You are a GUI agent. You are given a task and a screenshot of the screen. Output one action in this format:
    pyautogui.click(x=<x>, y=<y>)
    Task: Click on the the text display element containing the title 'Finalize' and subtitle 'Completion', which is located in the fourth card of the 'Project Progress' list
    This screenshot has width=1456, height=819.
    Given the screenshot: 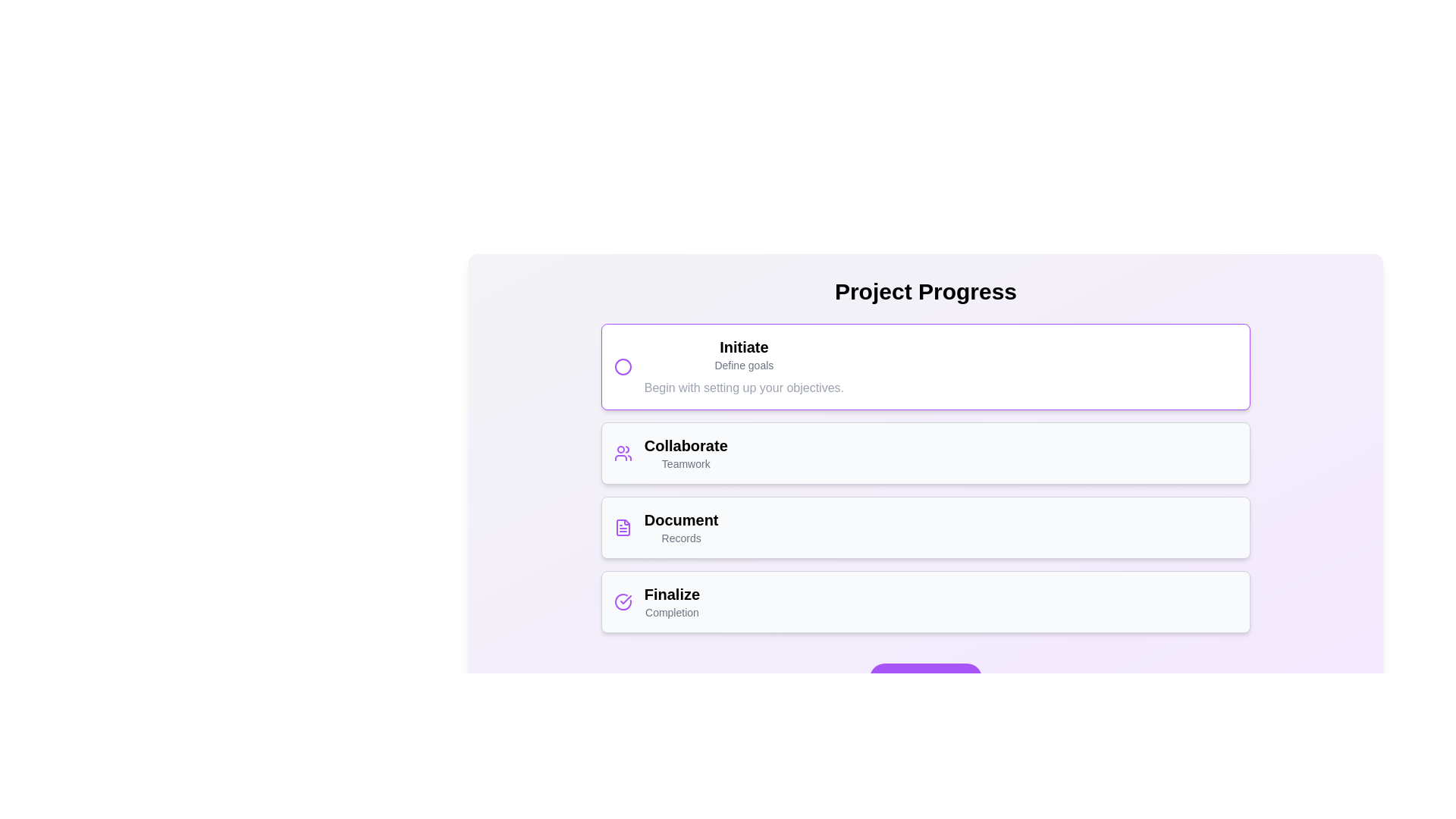 What is the action you would take?
    pyautogui.click(x=671, y=601)
    